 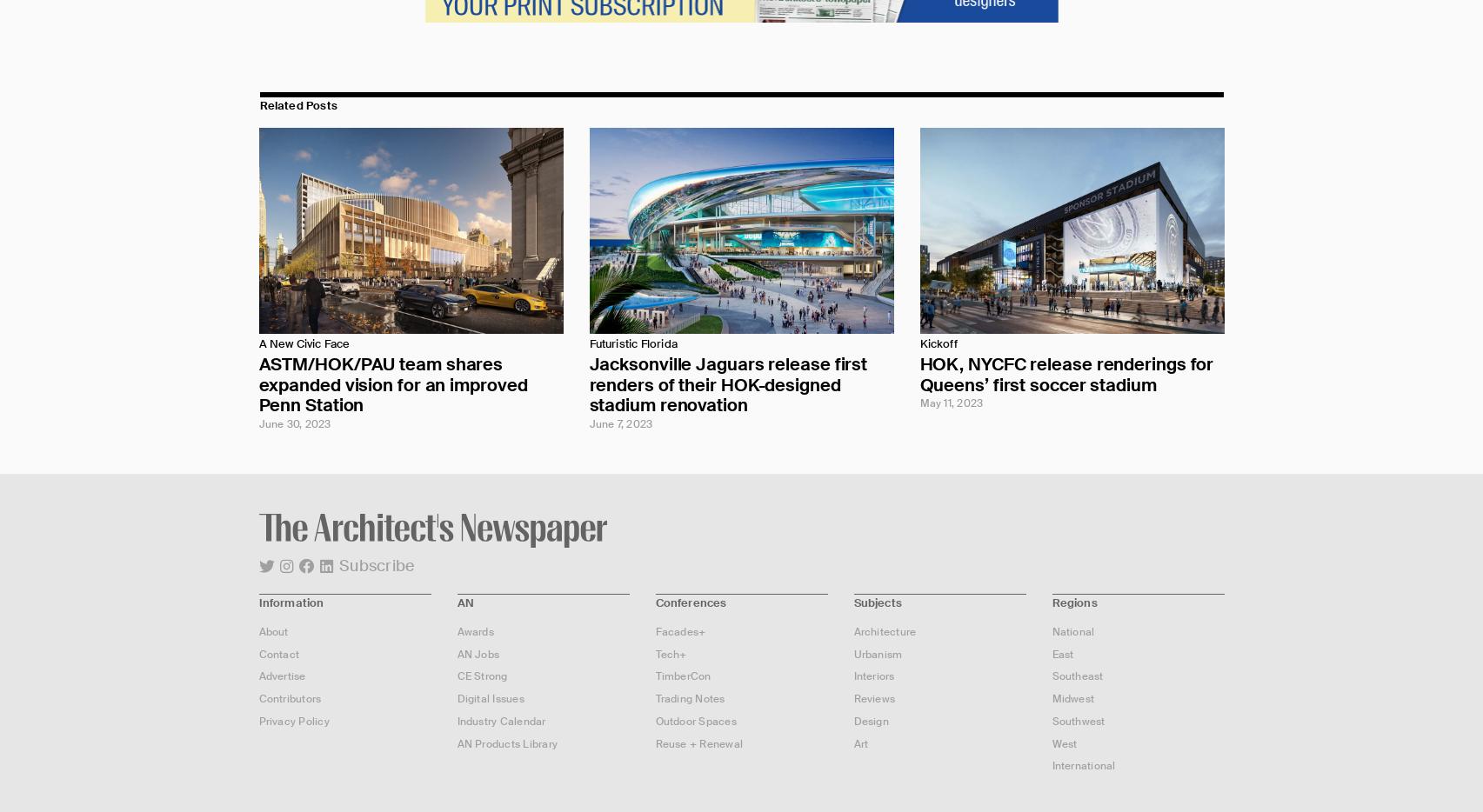 What do you see at coordinates (1052, 742) in the screenshot?
I see `'West'` at bounding box center [1052, 742].